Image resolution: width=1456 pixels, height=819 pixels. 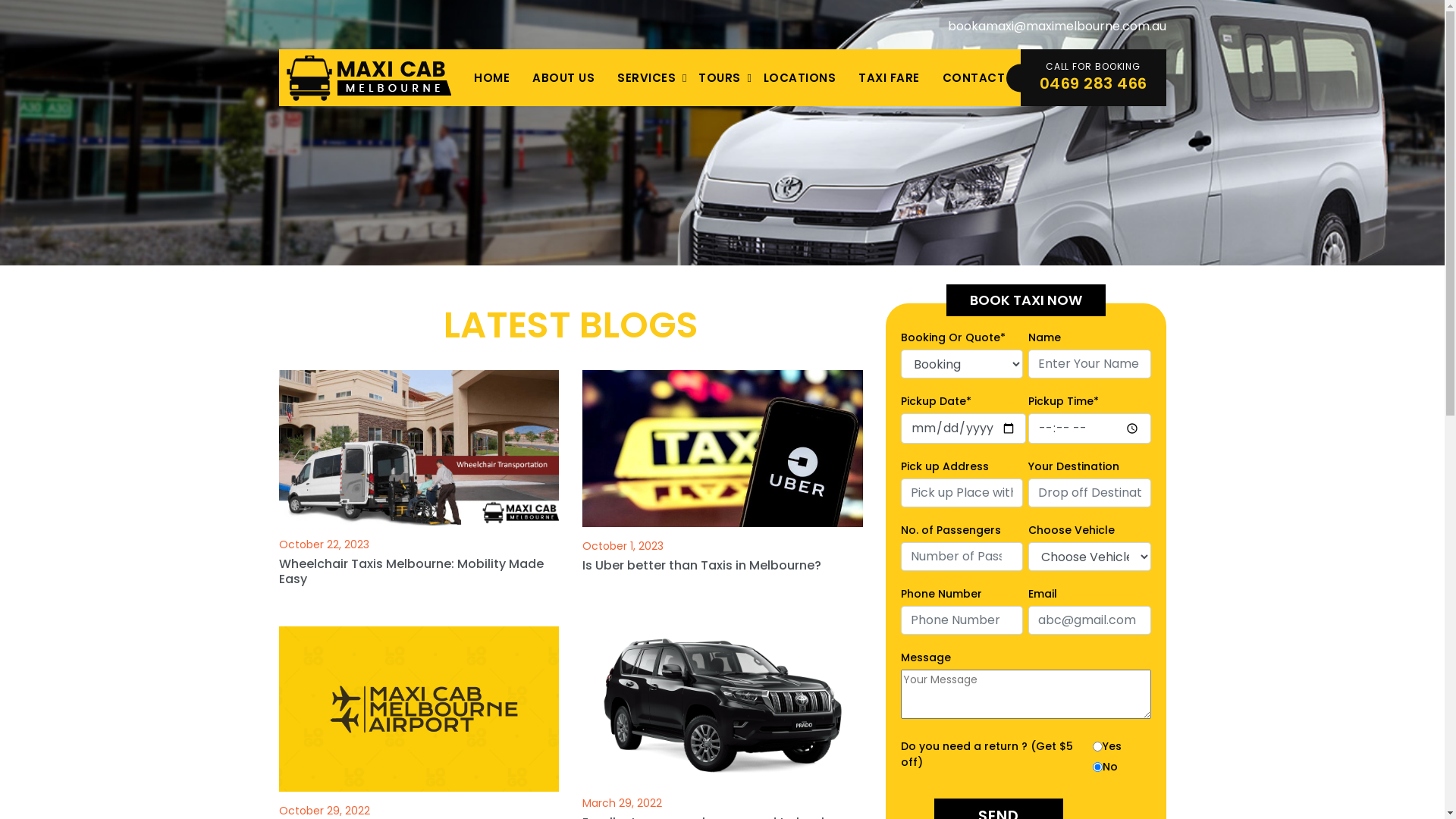 What do you see at coordinates (563, 77) in the screenshot?
I see `'ABOUT US'` at bounding box center [563, 77].